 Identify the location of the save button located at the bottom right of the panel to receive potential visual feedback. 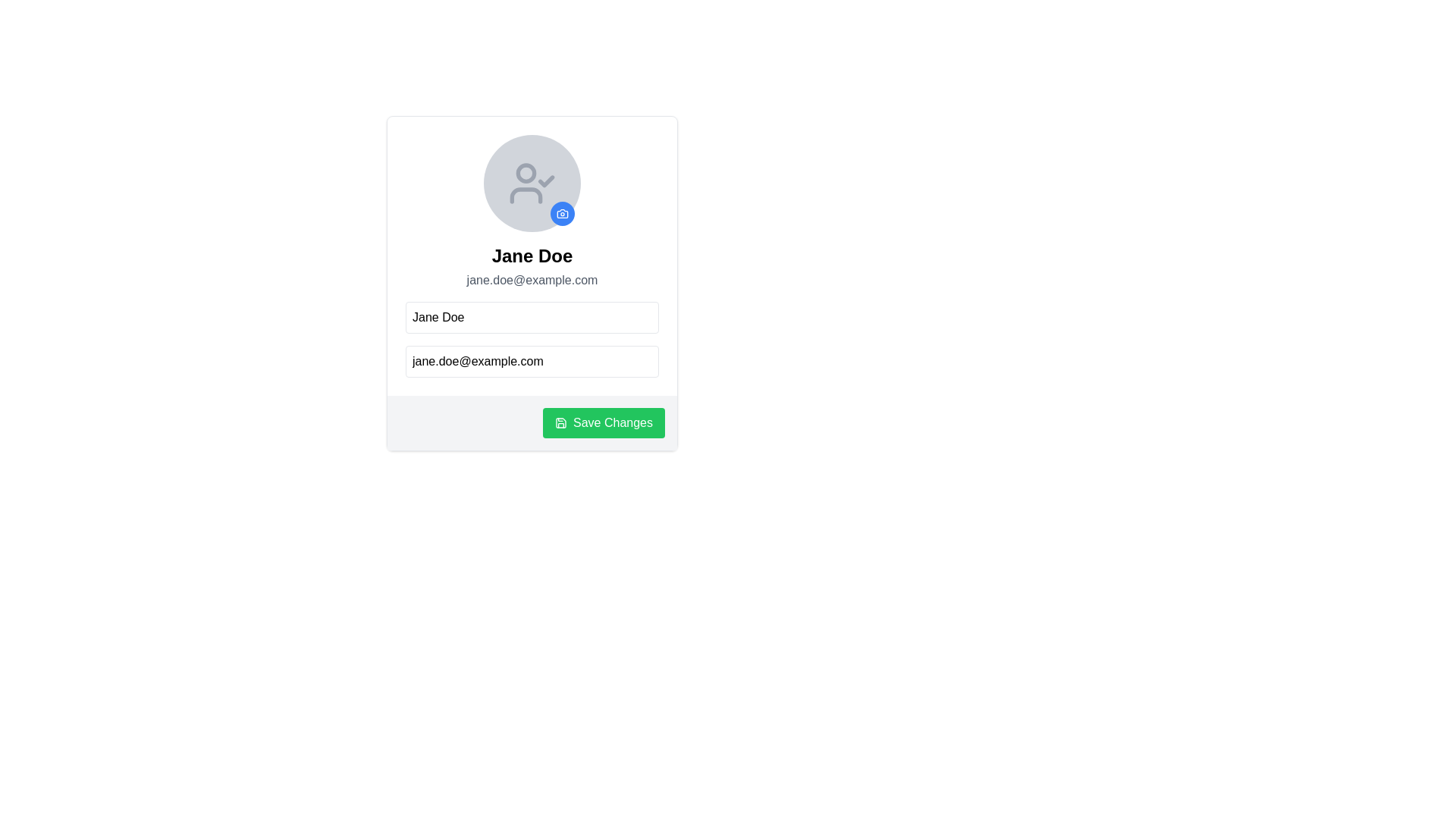
(603, 423).